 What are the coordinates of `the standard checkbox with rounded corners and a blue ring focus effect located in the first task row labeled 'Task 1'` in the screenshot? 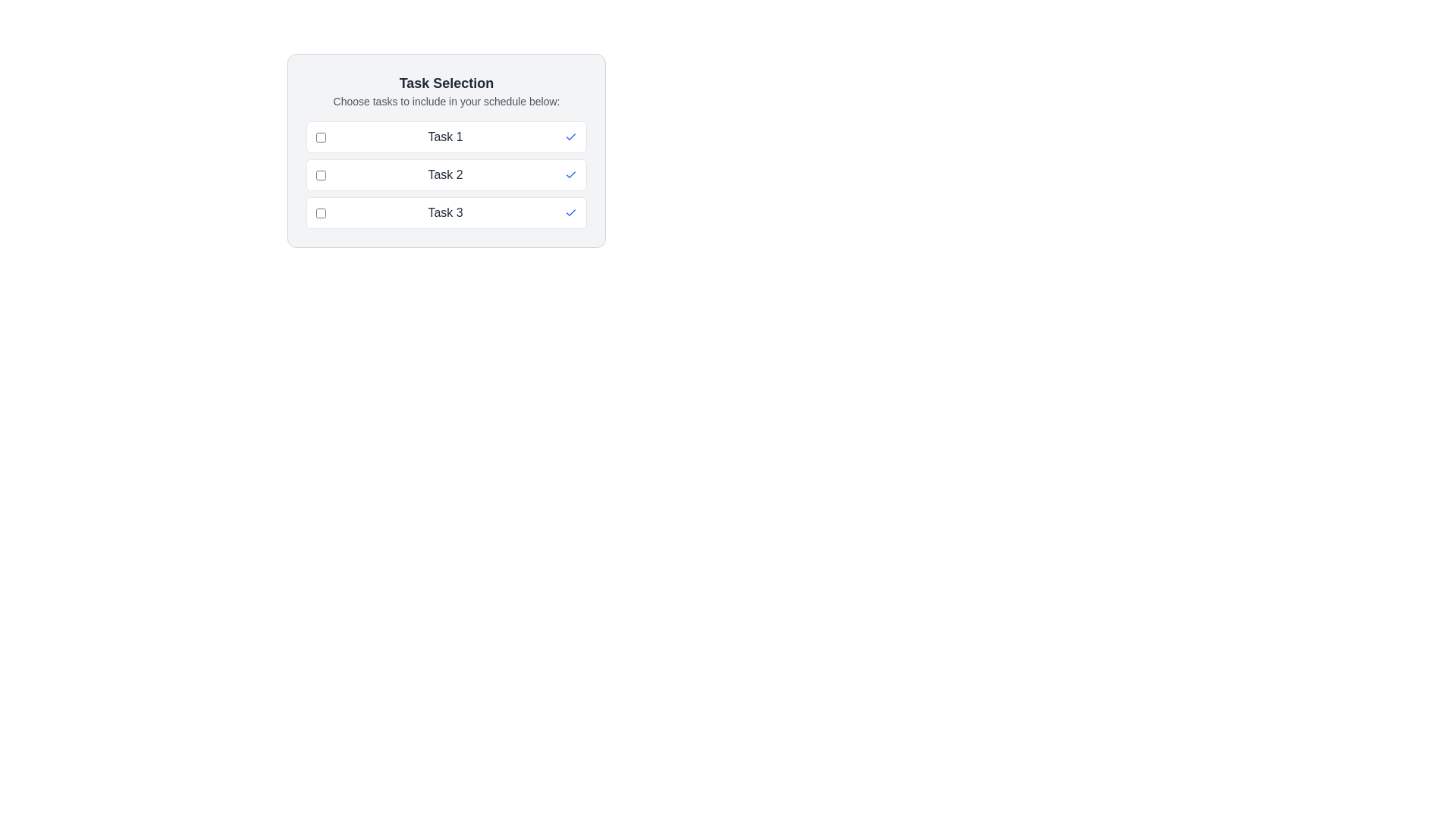 It's located at (320, 137).